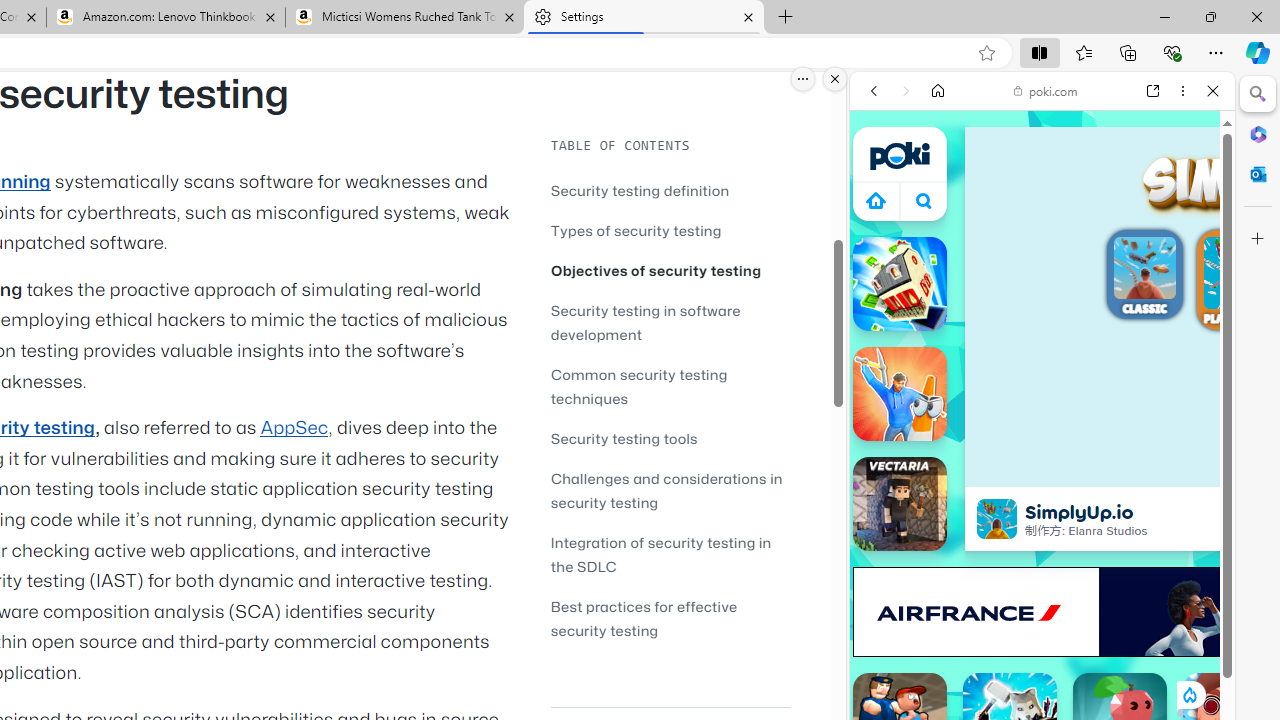 This screenshot has height=720, width=1280. I want to click on 'Car Games', so click(1041, 469).